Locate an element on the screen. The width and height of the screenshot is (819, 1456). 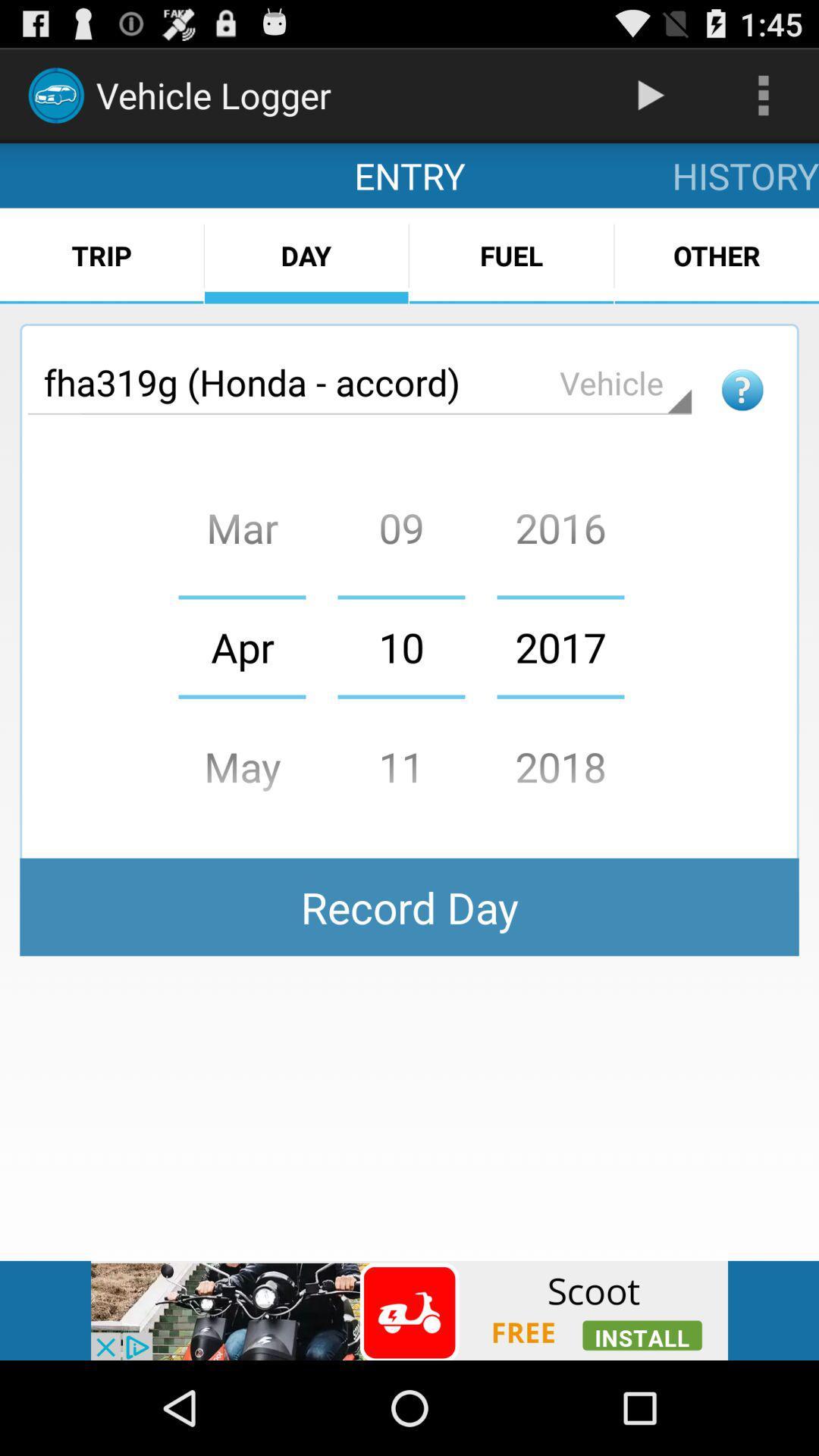
scoot advertisement is located at coordinates (409, 1310).